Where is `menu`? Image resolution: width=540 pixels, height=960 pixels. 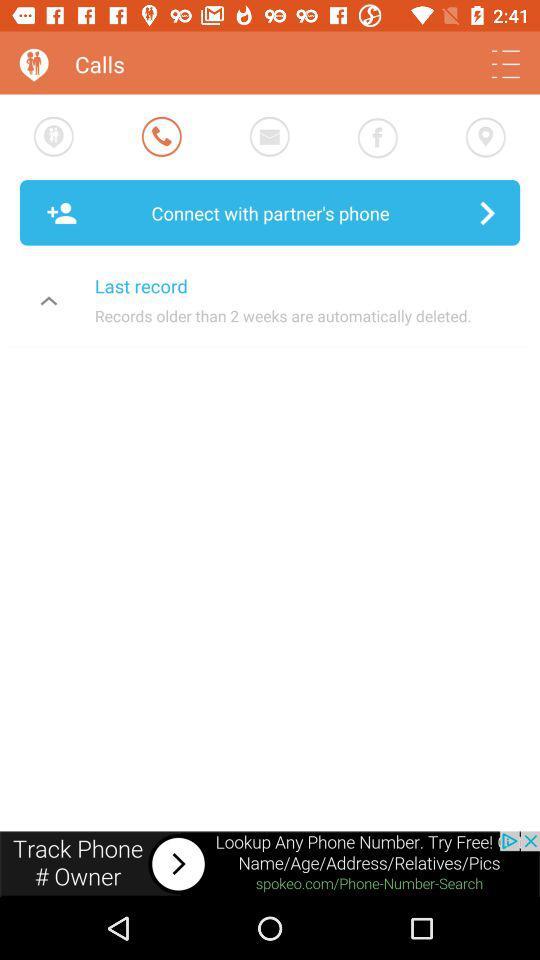 menu is located at coordinates (504, 64).